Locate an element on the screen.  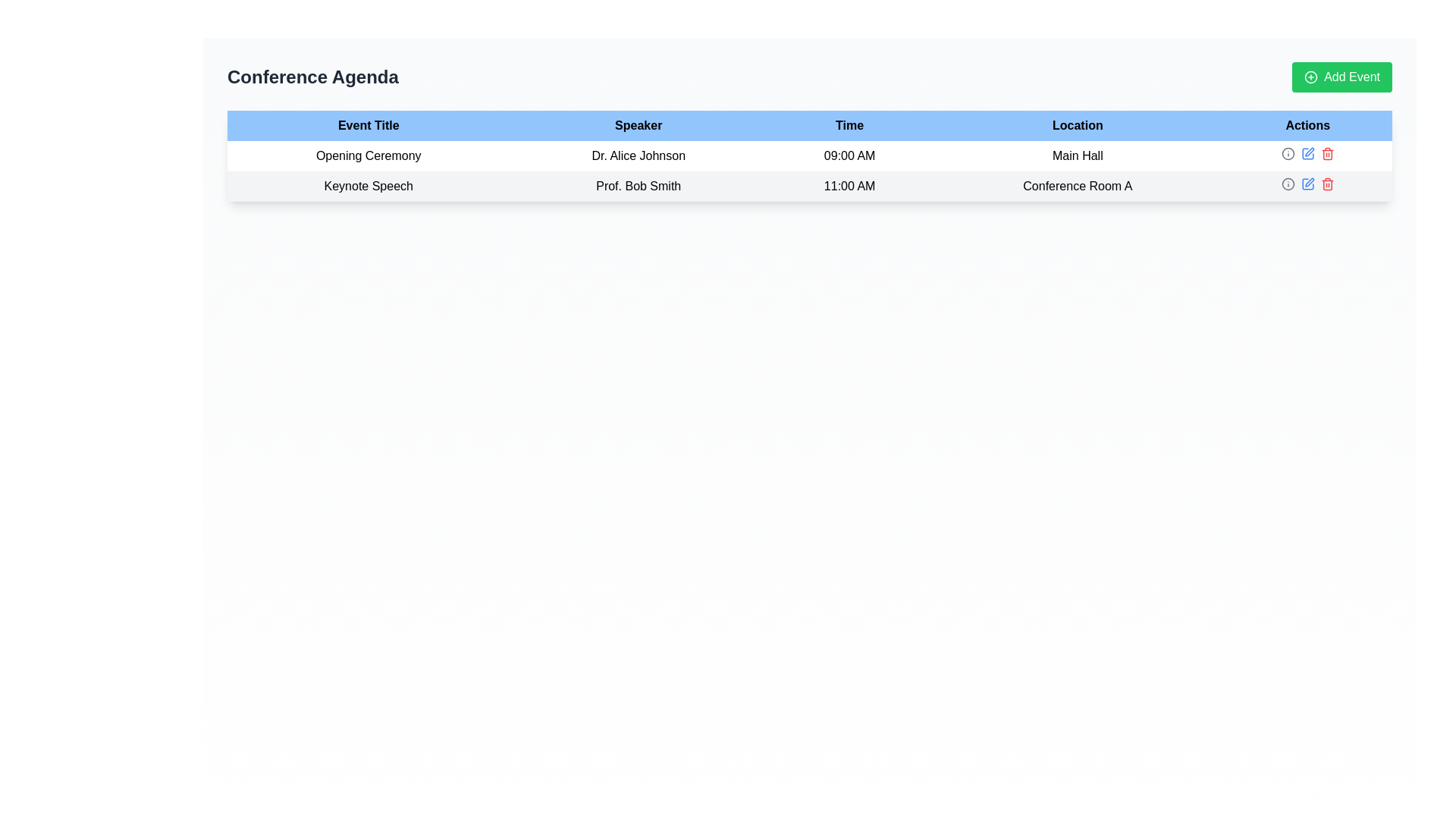
the circular icon with a hollow center and a border within the 'Add Event' button on the top-right section of the interface is located at coordinates (1310, 77).